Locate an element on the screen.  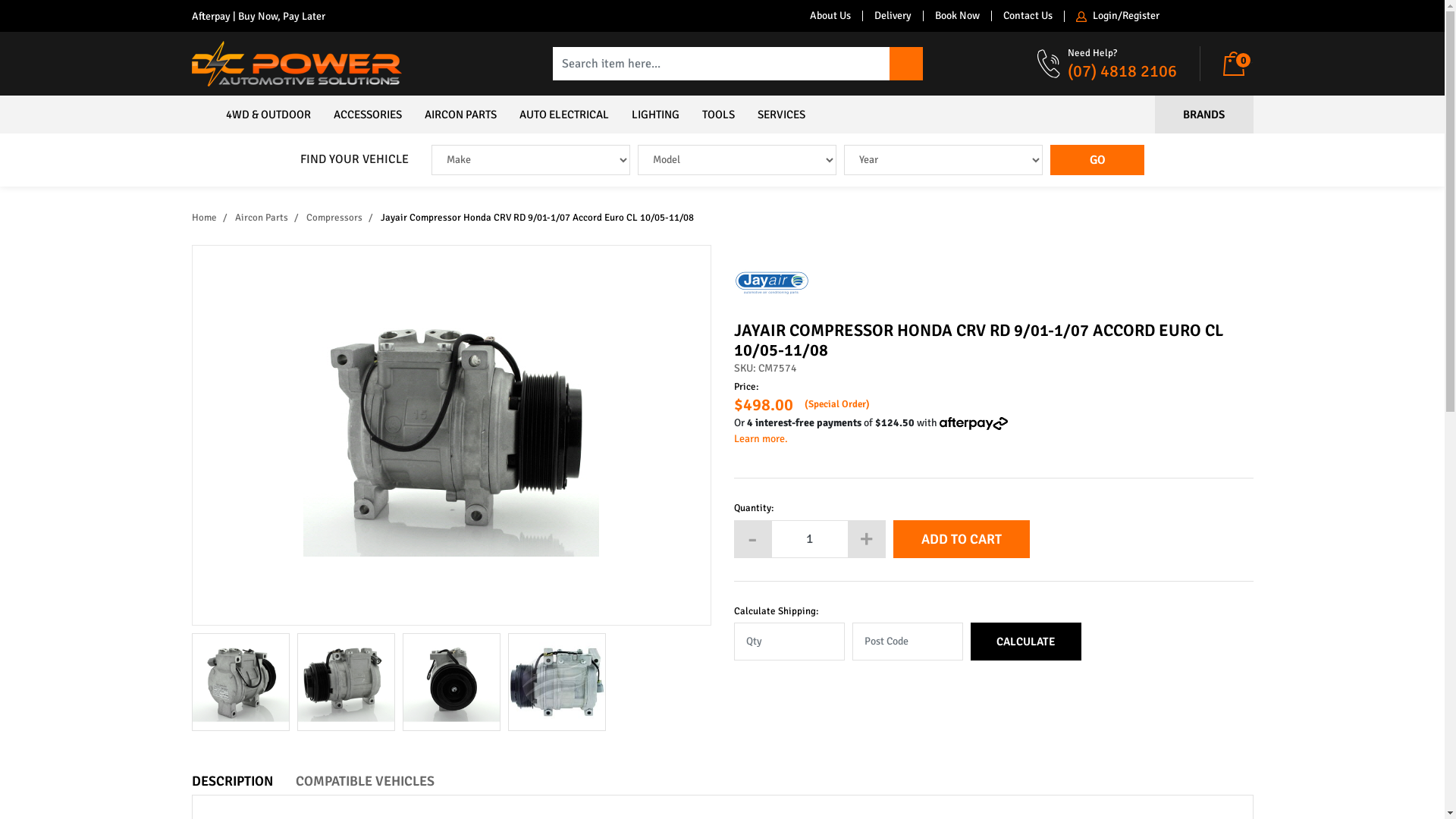
'Home' is located at coordinates (190, 217).